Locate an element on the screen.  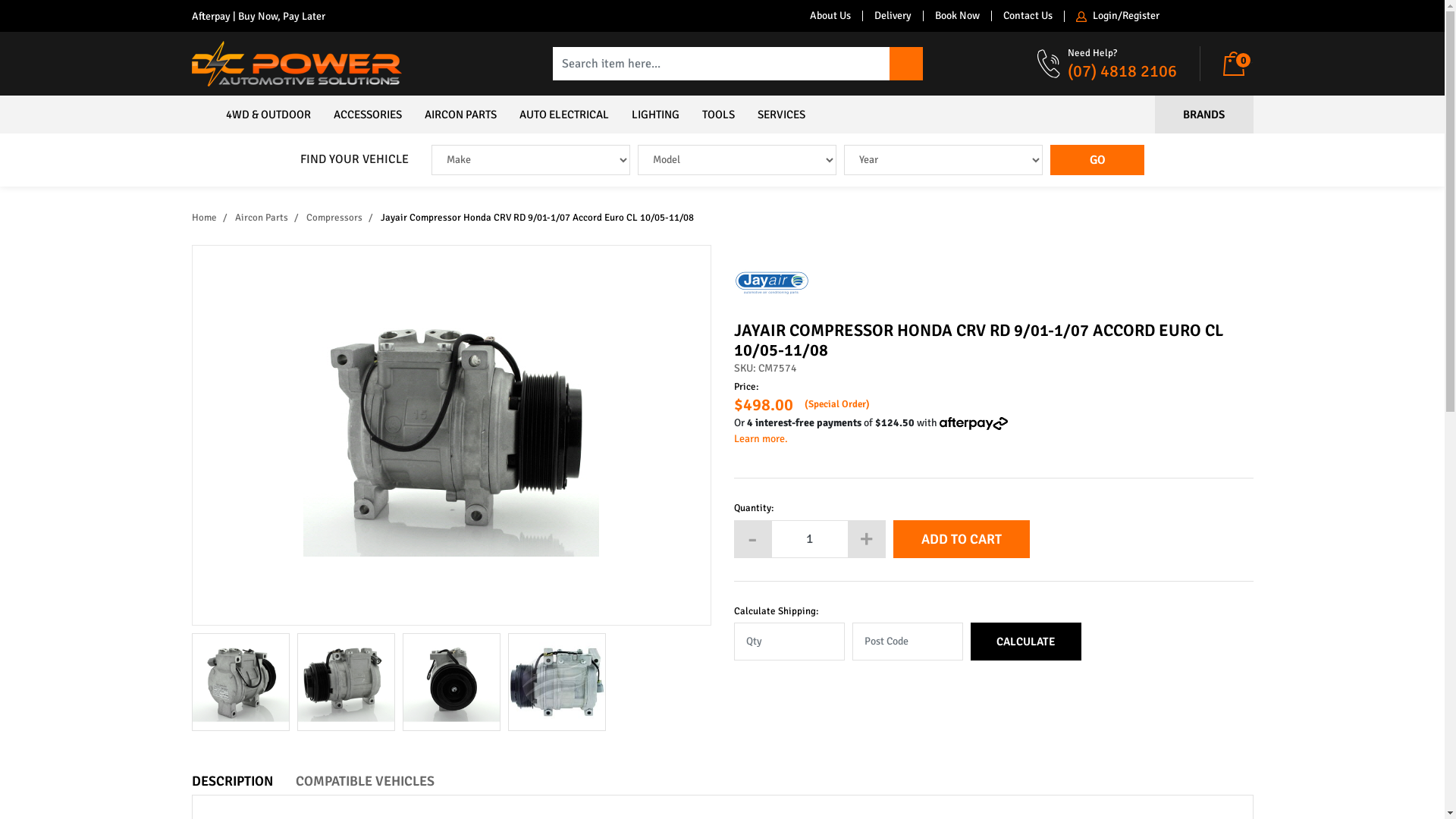
'Home' is located at coordinates (190, 217).